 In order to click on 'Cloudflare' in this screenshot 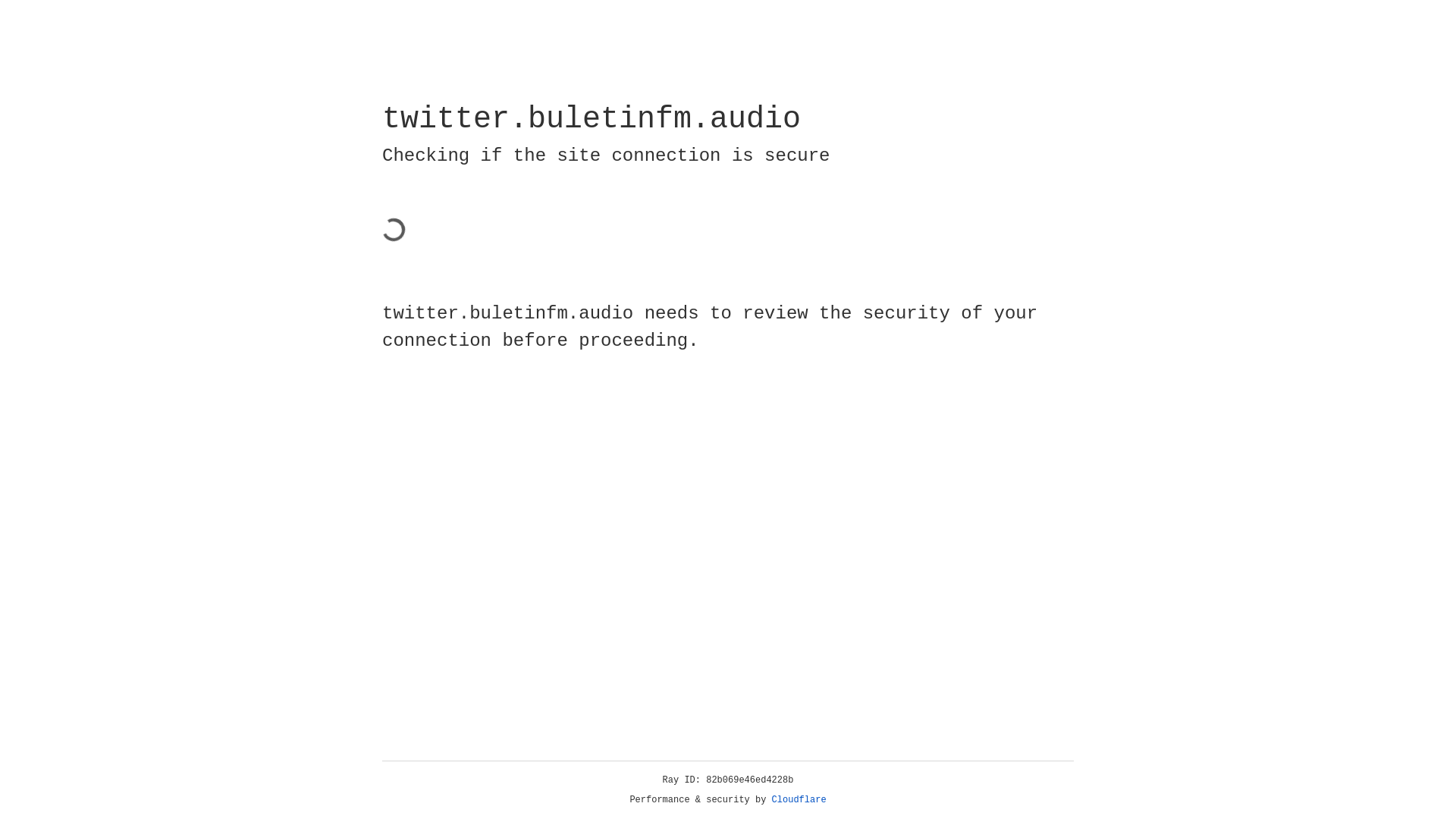, I will do `click(799, 799)`.